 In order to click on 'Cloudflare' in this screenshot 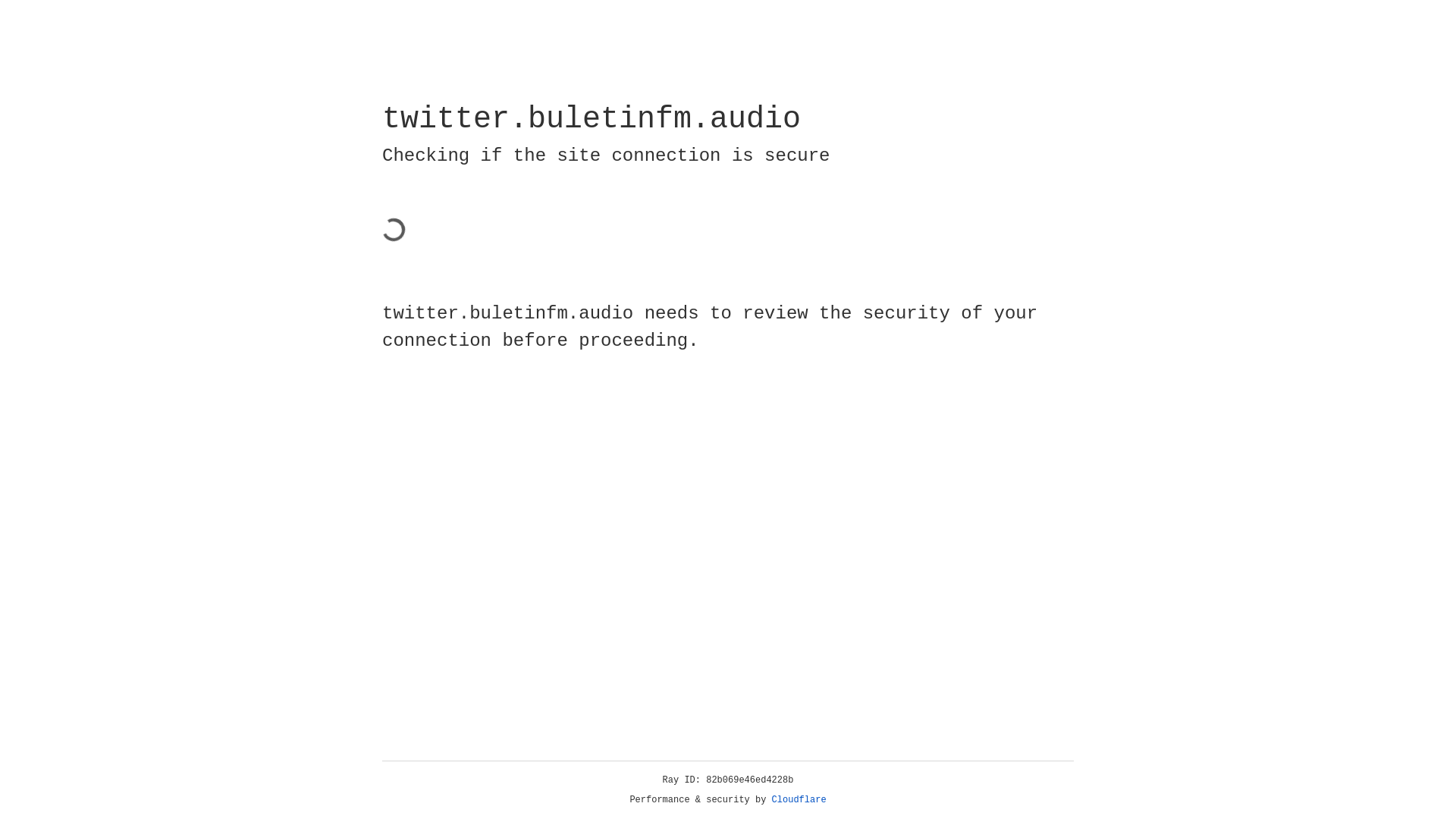, I will do `click(799, 799)`.